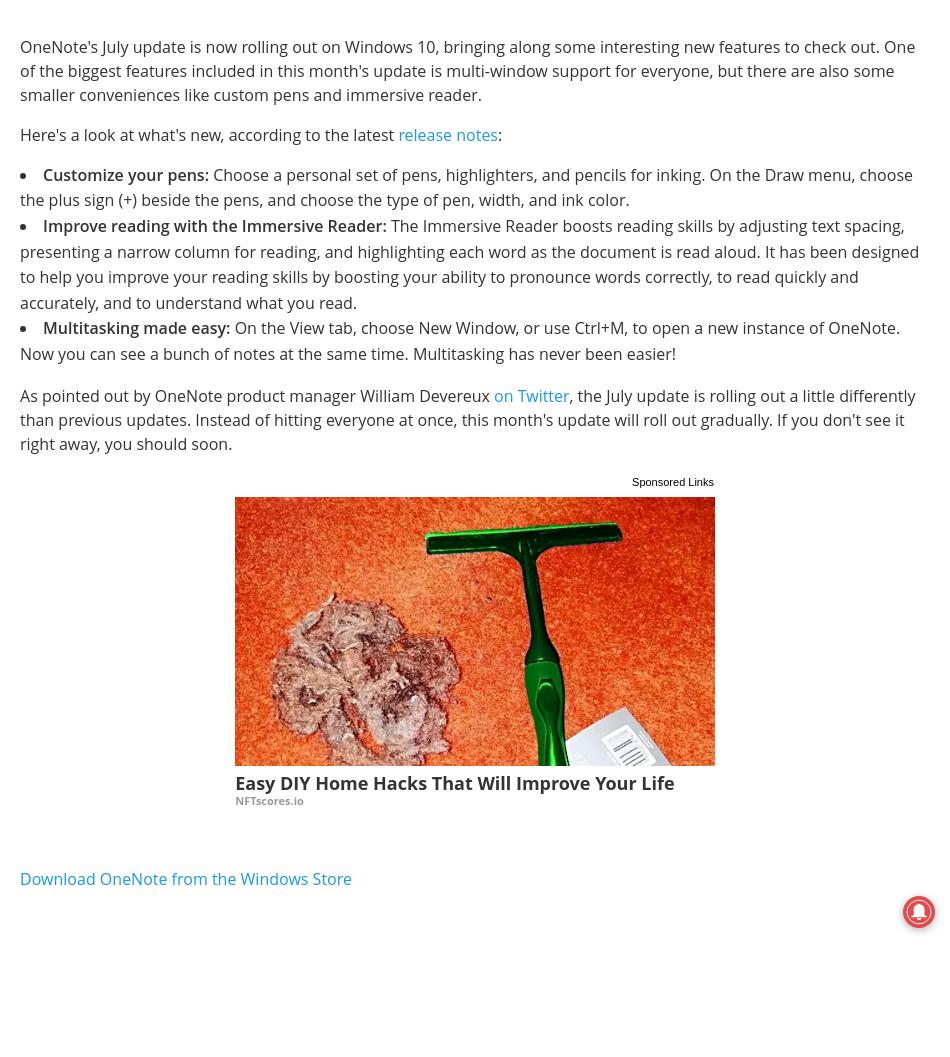 This screenshot has height=1057, width=950. I want to click on ', the July update is rolling out a little differently than previous updates. Instead of hitting everyone at once, this month's update will roll out gradually. If you don't see it right away, you should soon.', so click(466, 417).